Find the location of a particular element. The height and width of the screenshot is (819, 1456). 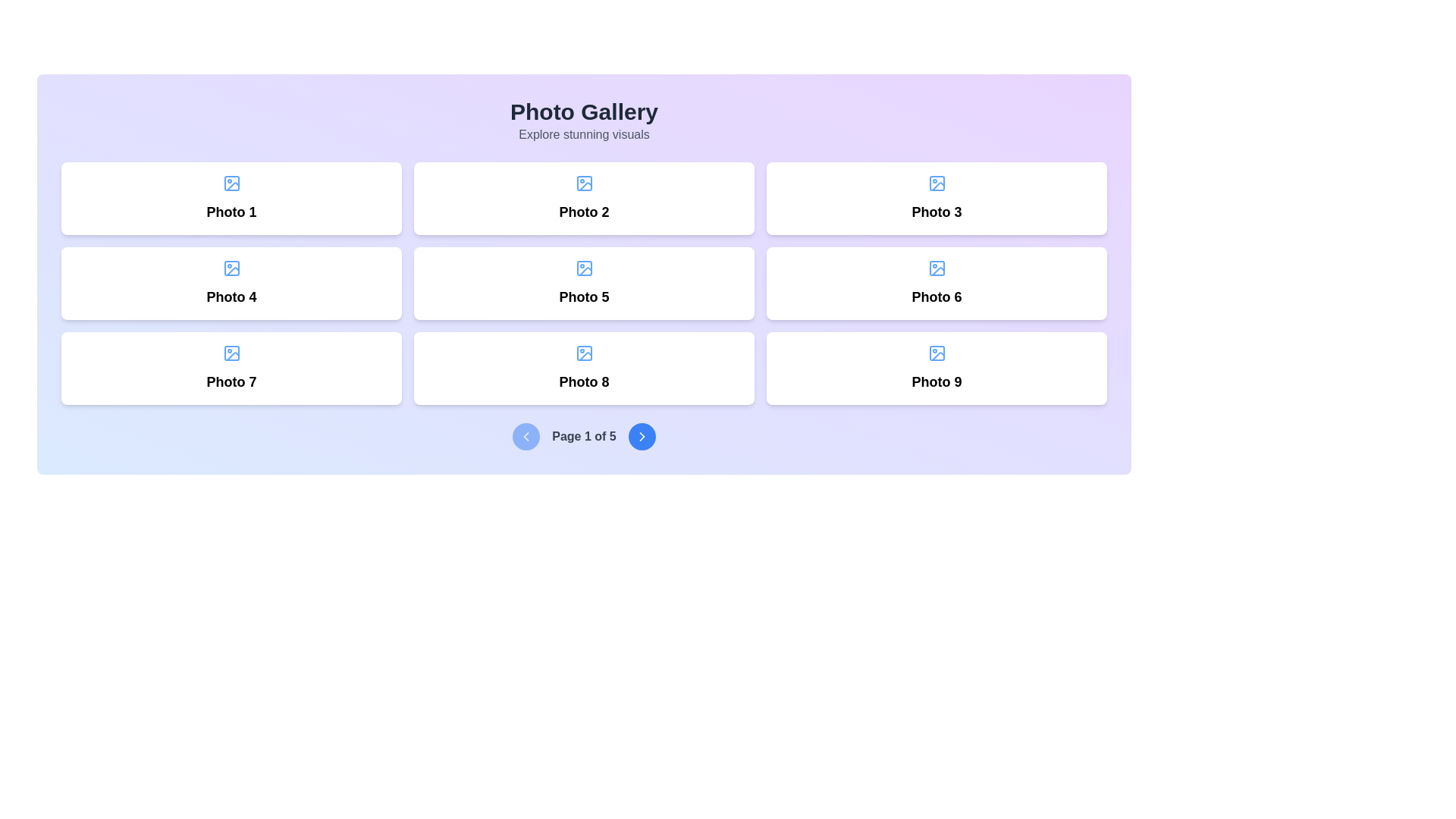

the blue image icon located at the top-left of the white card labeled 'Photo 2' to associate it with the card content is located at coordinates (583, 183).